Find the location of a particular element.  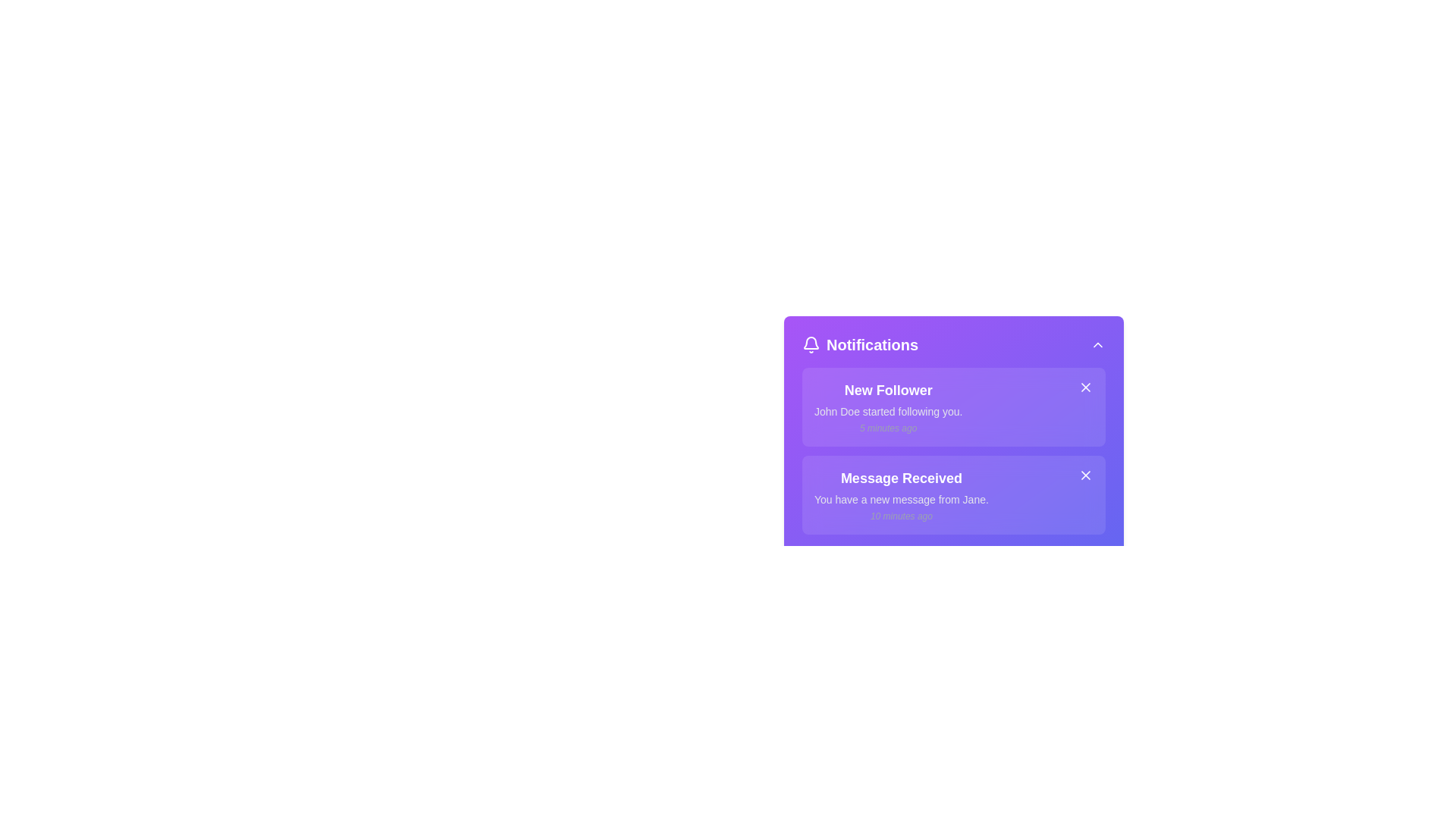

the white bell icon on the purple background located at the top-left corner of the notification panel, preceding the text label 'Notifications' is located at coordinates (811, 345).